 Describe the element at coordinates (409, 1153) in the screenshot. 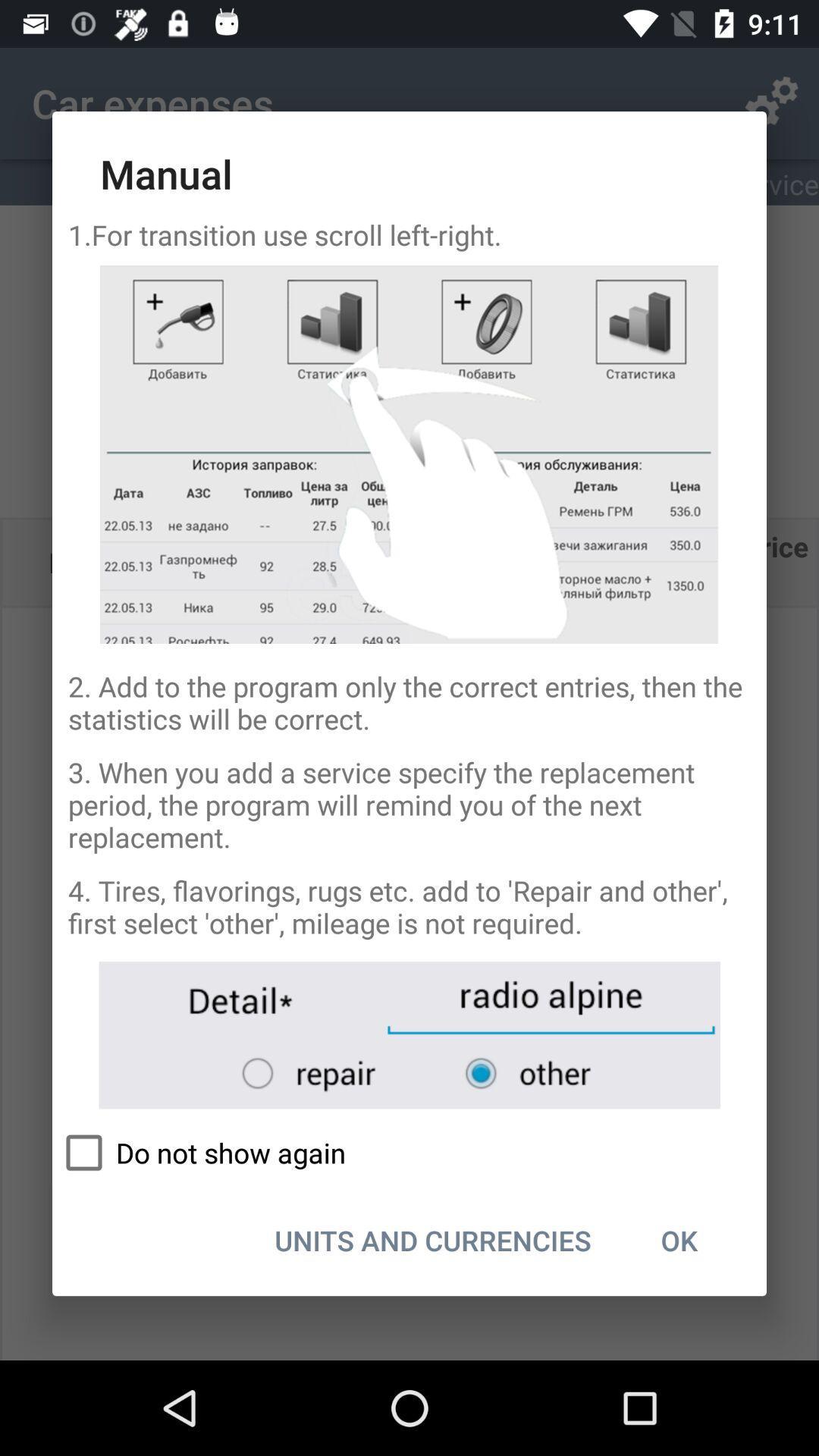

I see `do not show` at that location.